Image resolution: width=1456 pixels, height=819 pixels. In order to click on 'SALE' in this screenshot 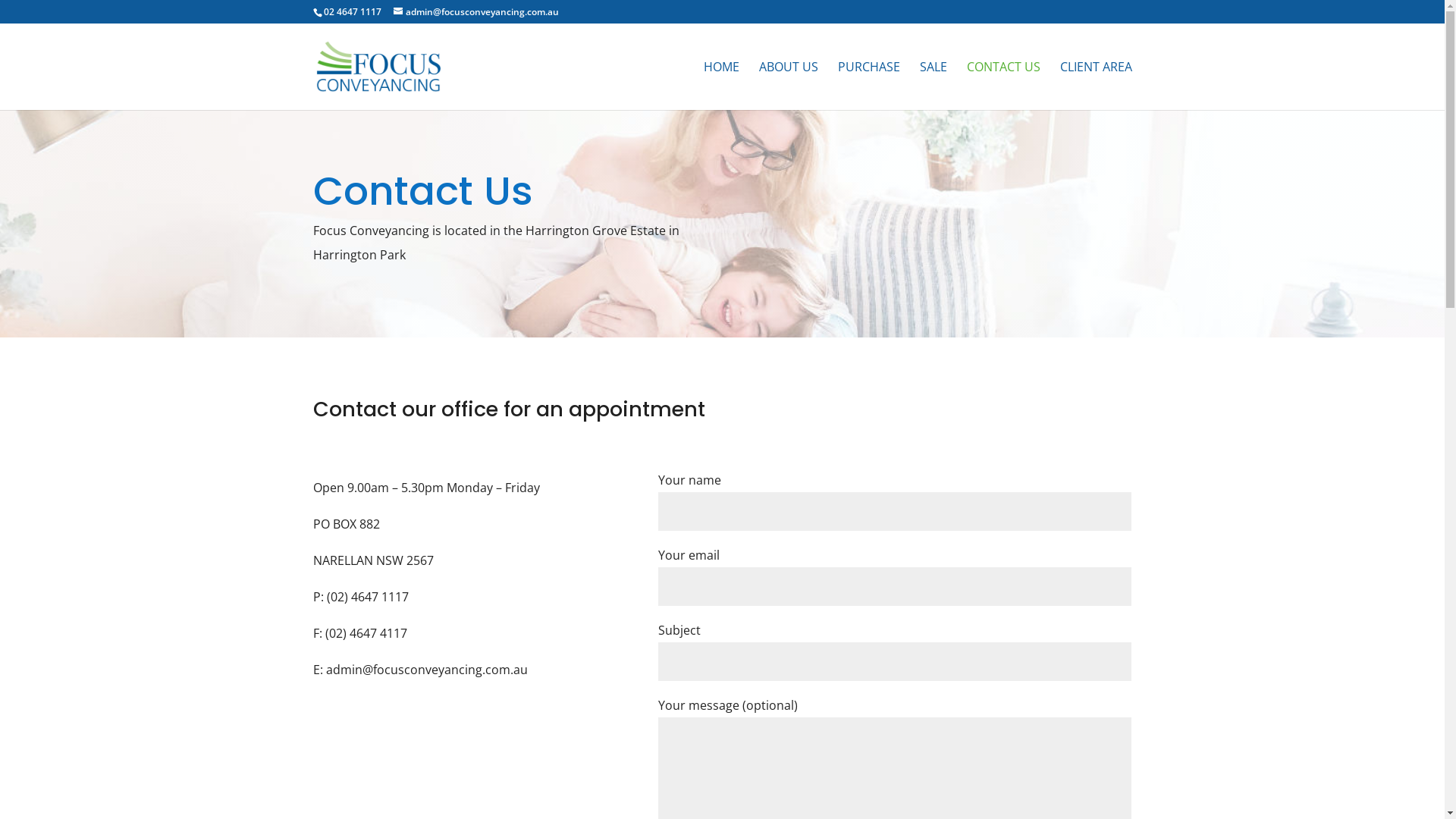, I will do `click(918, 85)`.